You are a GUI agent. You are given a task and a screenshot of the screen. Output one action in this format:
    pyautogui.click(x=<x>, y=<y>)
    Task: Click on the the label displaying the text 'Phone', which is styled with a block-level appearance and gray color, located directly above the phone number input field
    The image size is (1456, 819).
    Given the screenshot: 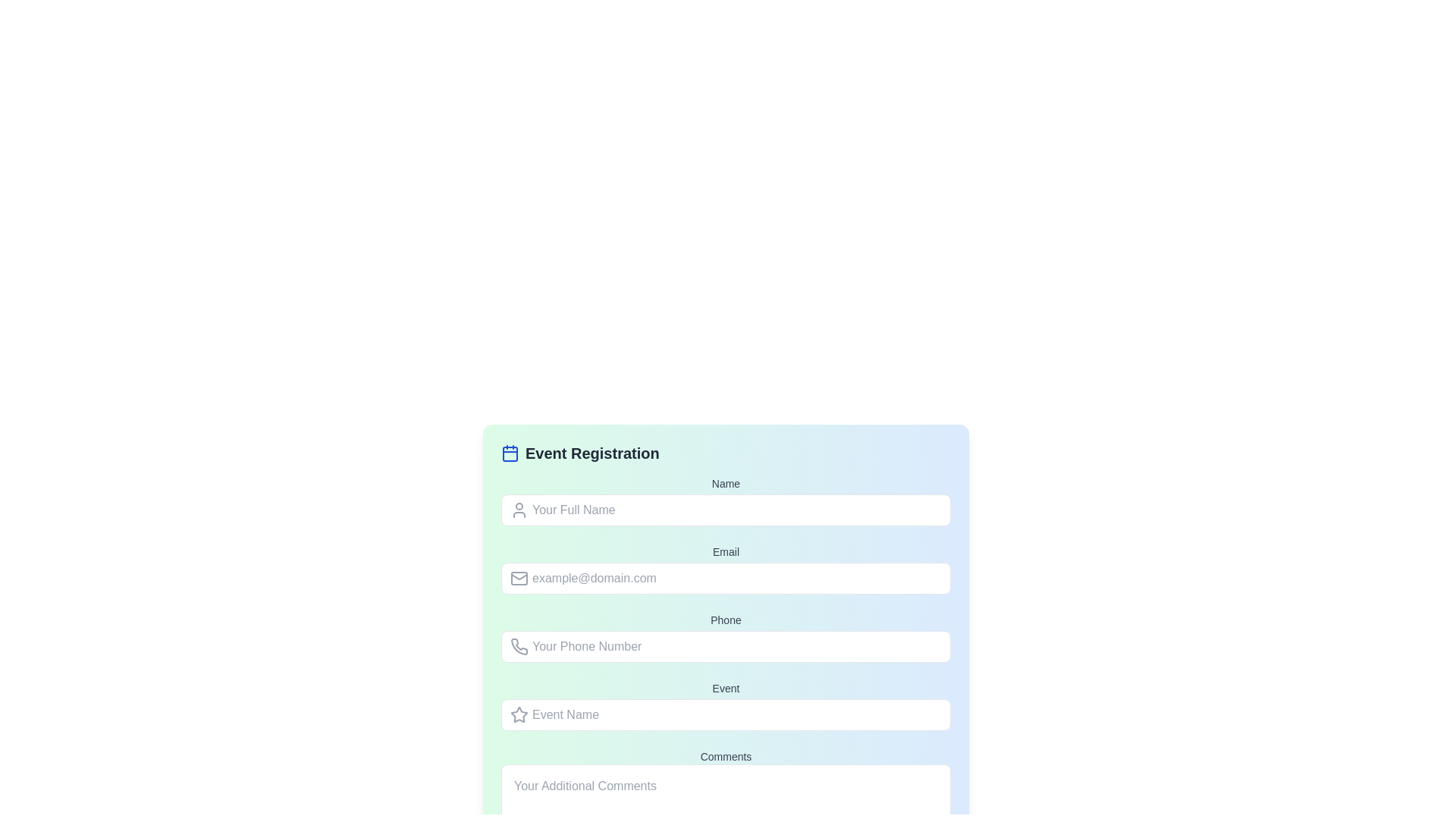 What is the action you would take?
    pyautogui.click(x=725, y=620)
    